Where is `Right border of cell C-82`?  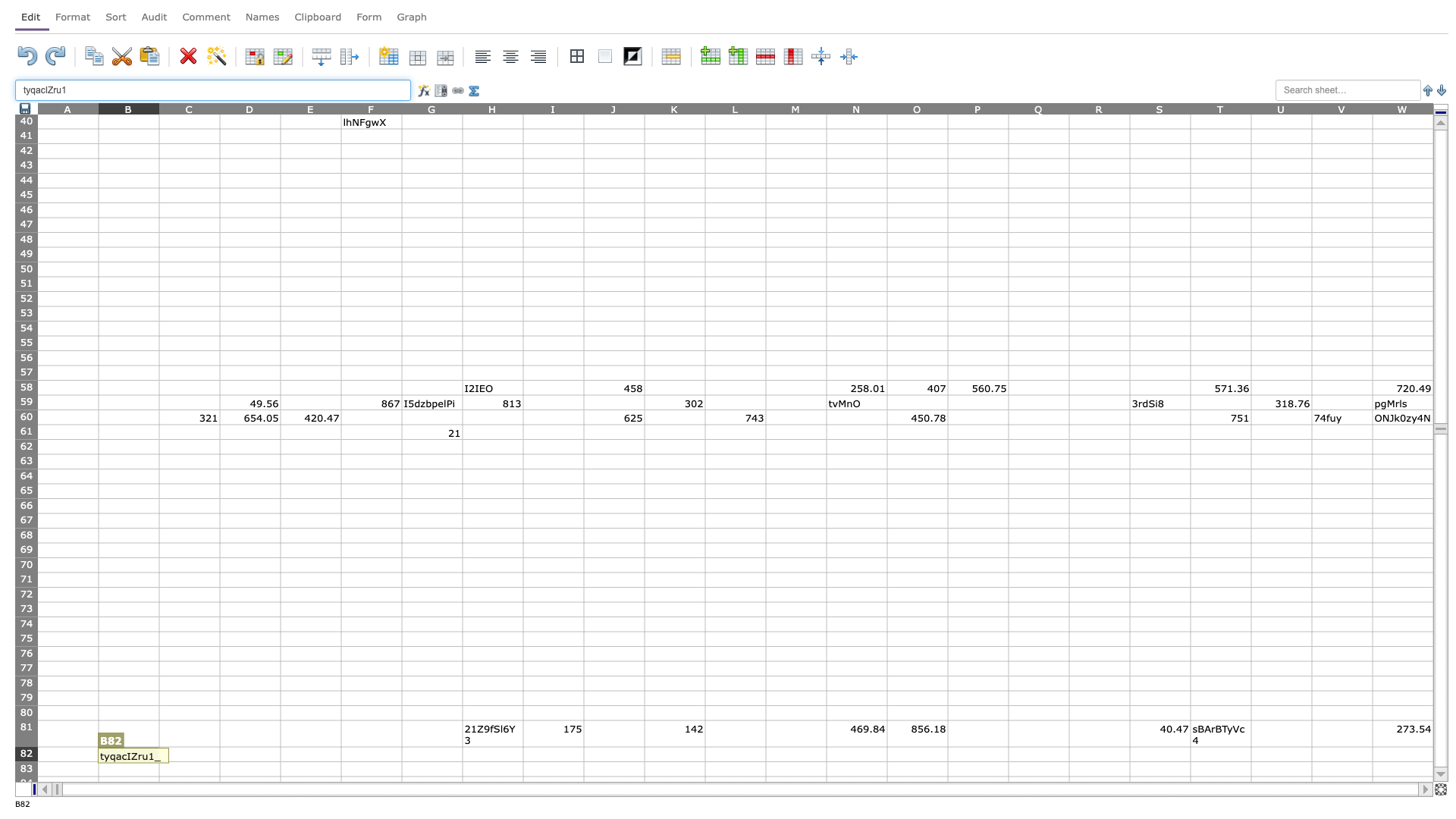 Right border of cell C-82 is located at coordinates (218, 754).